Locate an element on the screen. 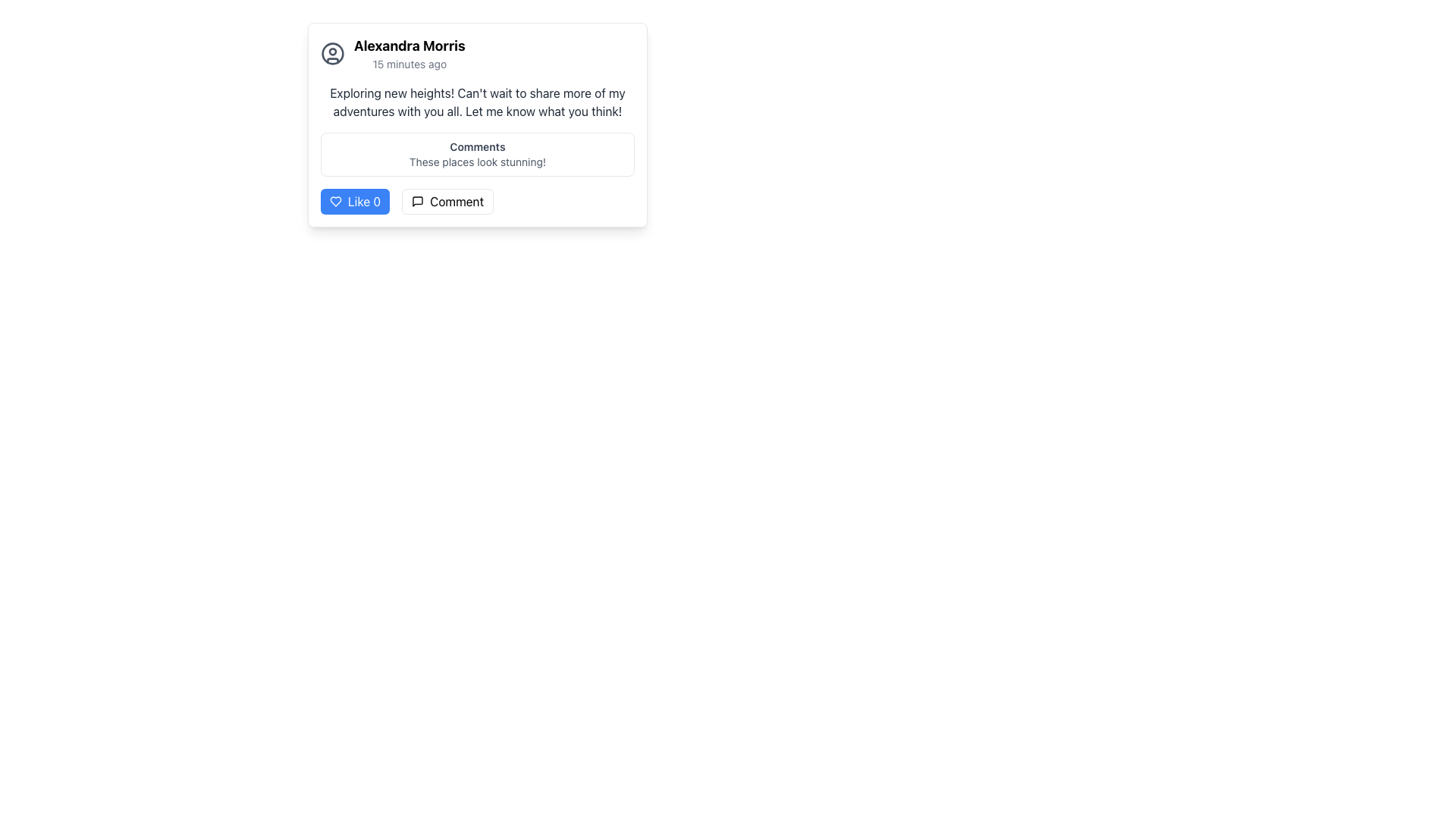 This screenshot has height=819, width=1456. the small square speech bubble icon, which is rendered in black lines and located inside the 'Comment' button, to the left of the 'Comment' label text is located at coordinates (418, 201).